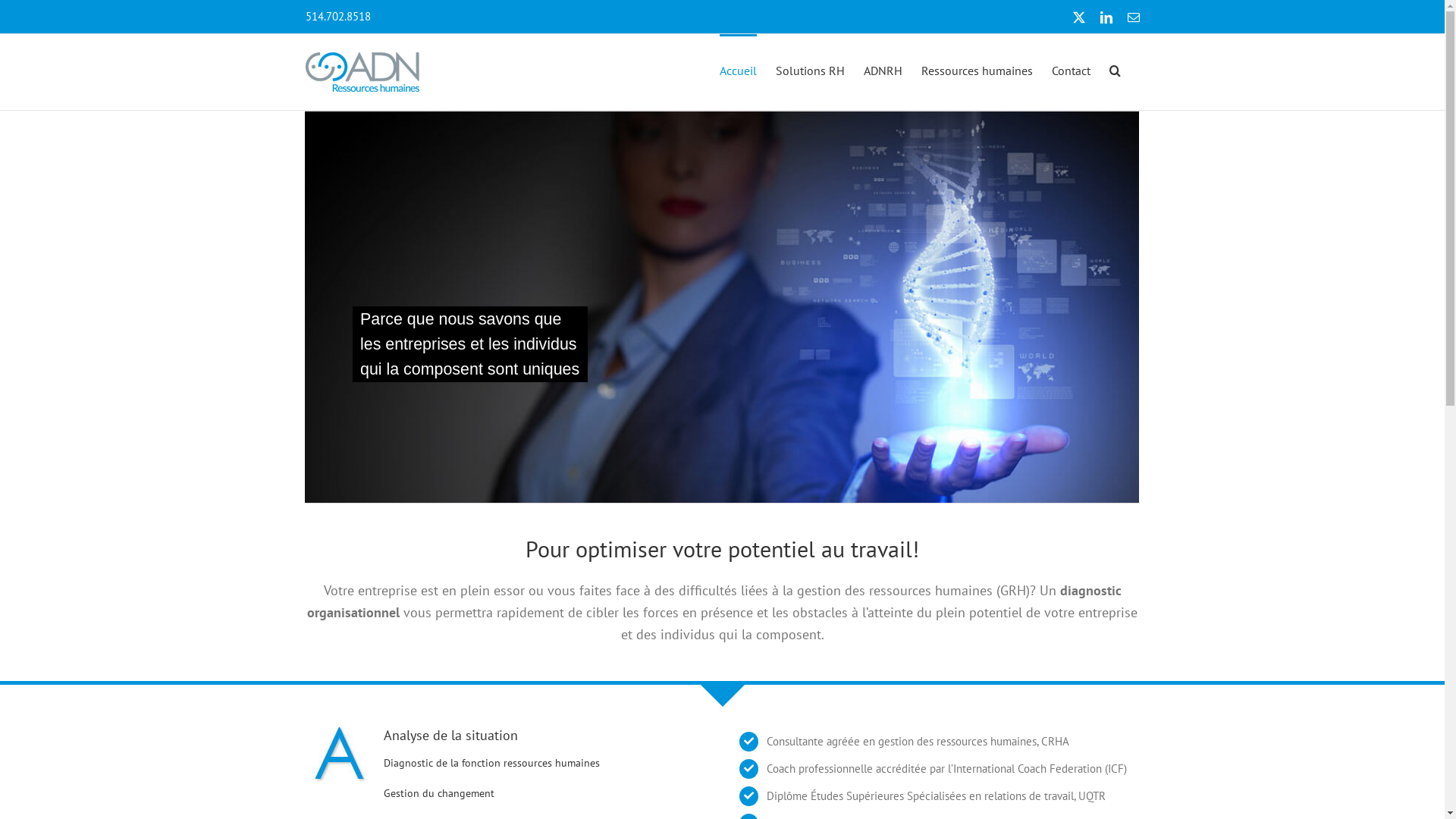 This screenshot has height=819, width=1456. I want to click on 'Recherche', so click(1114, 69).